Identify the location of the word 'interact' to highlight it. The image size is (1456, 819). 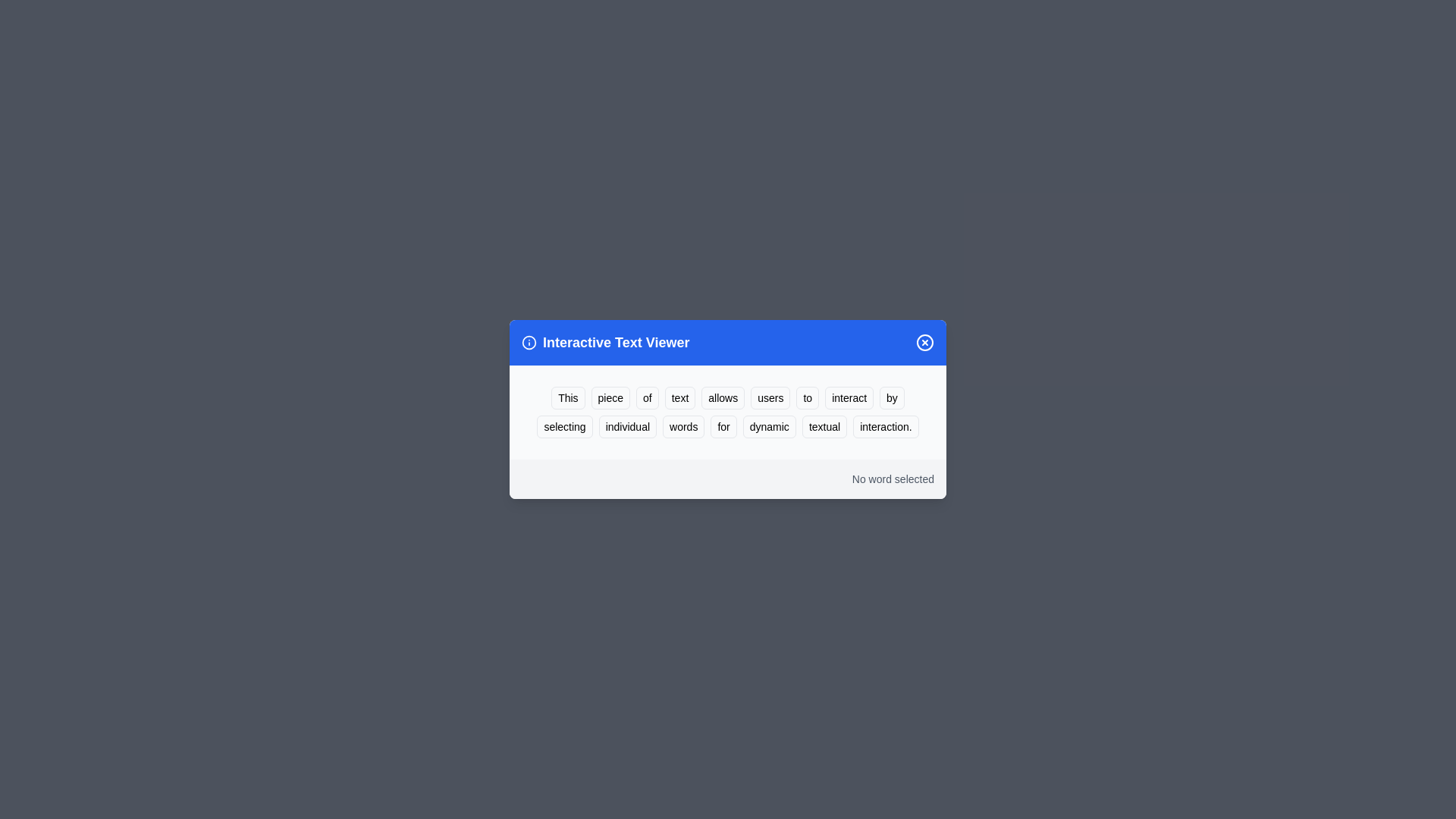
(849, 397).